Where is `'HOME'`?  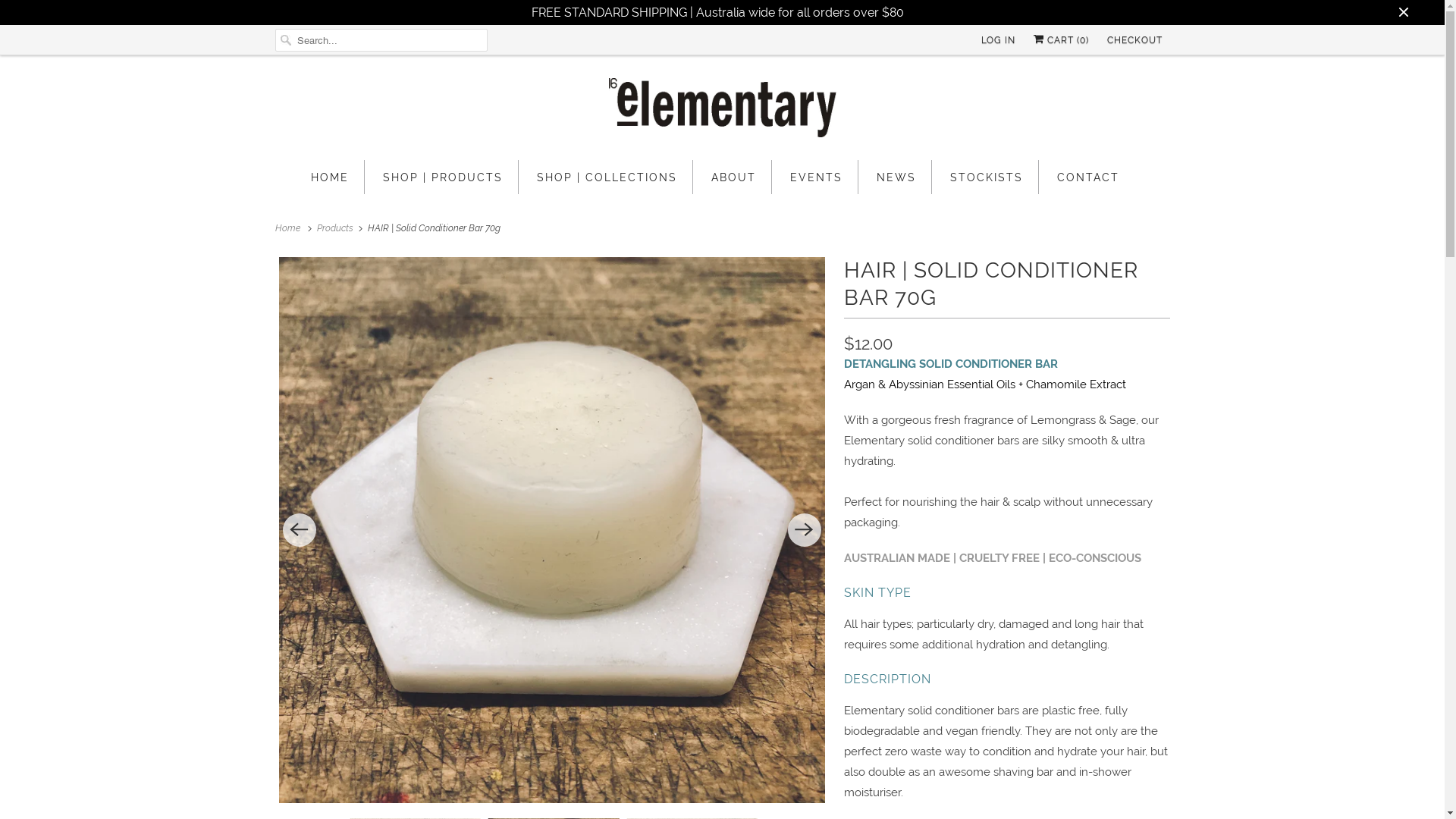 'HOME' is located at coordinates (329, 176).